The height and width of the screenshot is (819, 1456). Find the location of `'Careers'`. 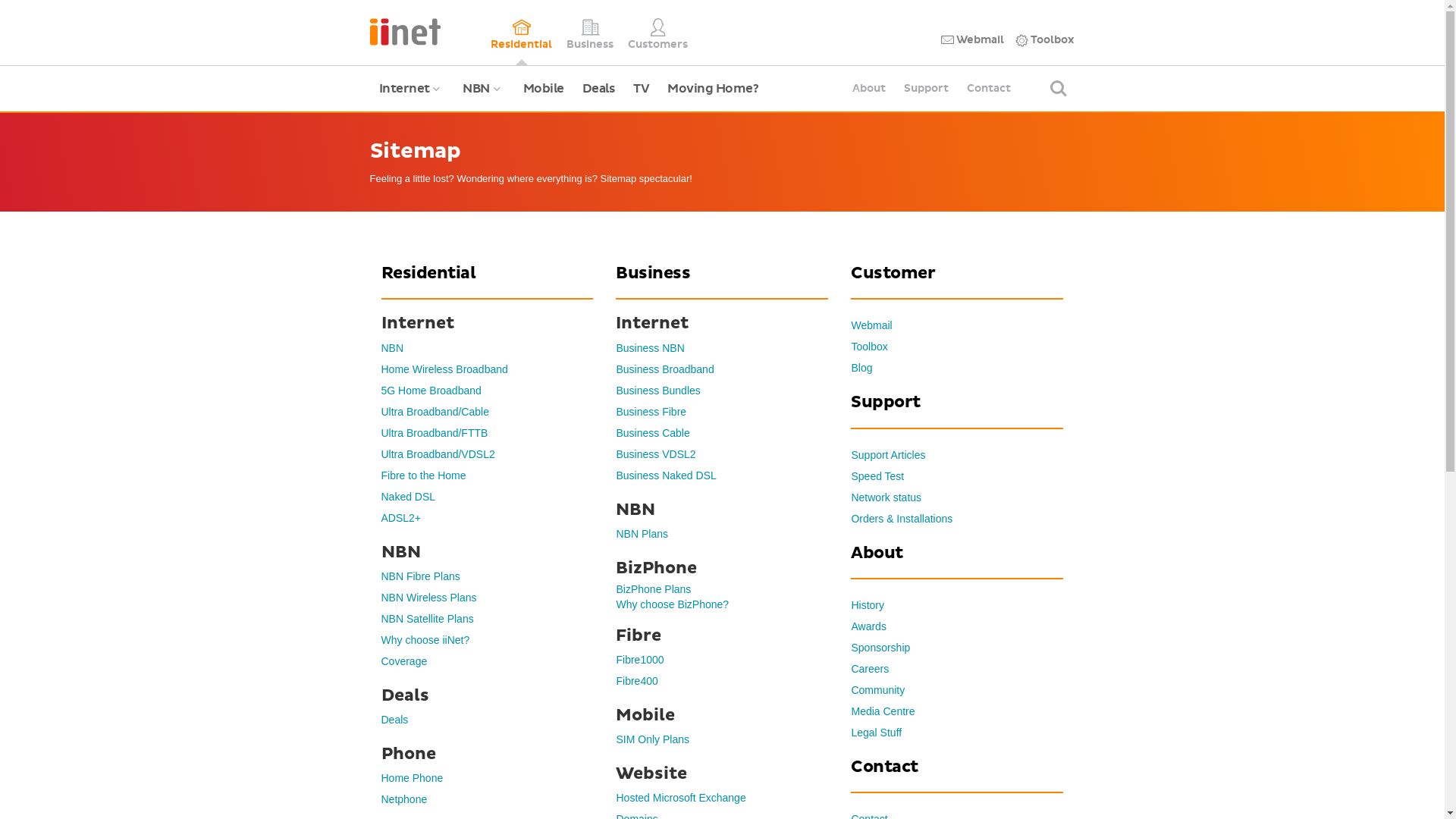

'Careers' is located at coordinates (870, 668).